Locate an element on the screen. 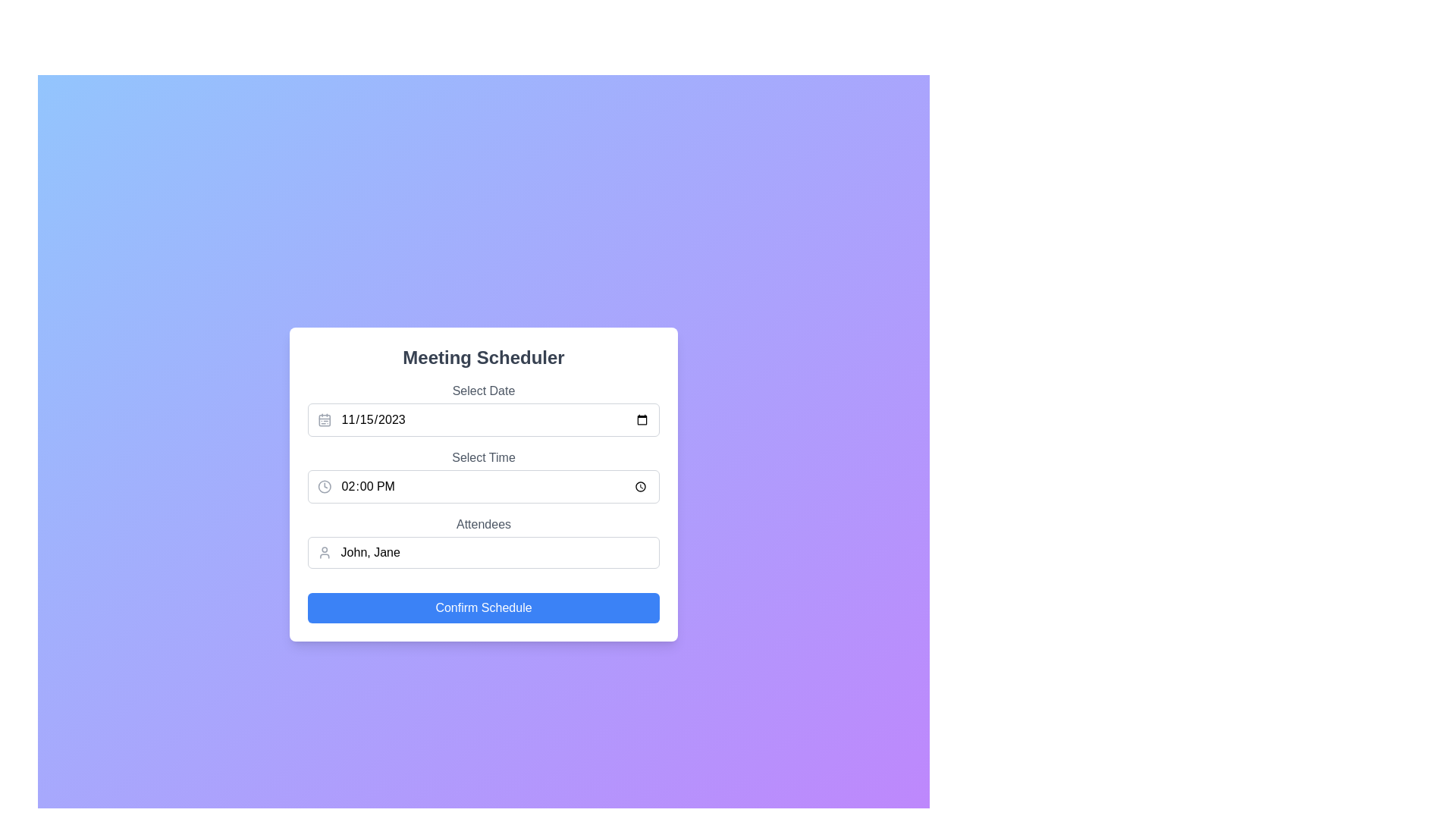  the confirmation button located at the bottom of the 'Attendees' section to observe its hover effect is located at coordinates (483, 607).